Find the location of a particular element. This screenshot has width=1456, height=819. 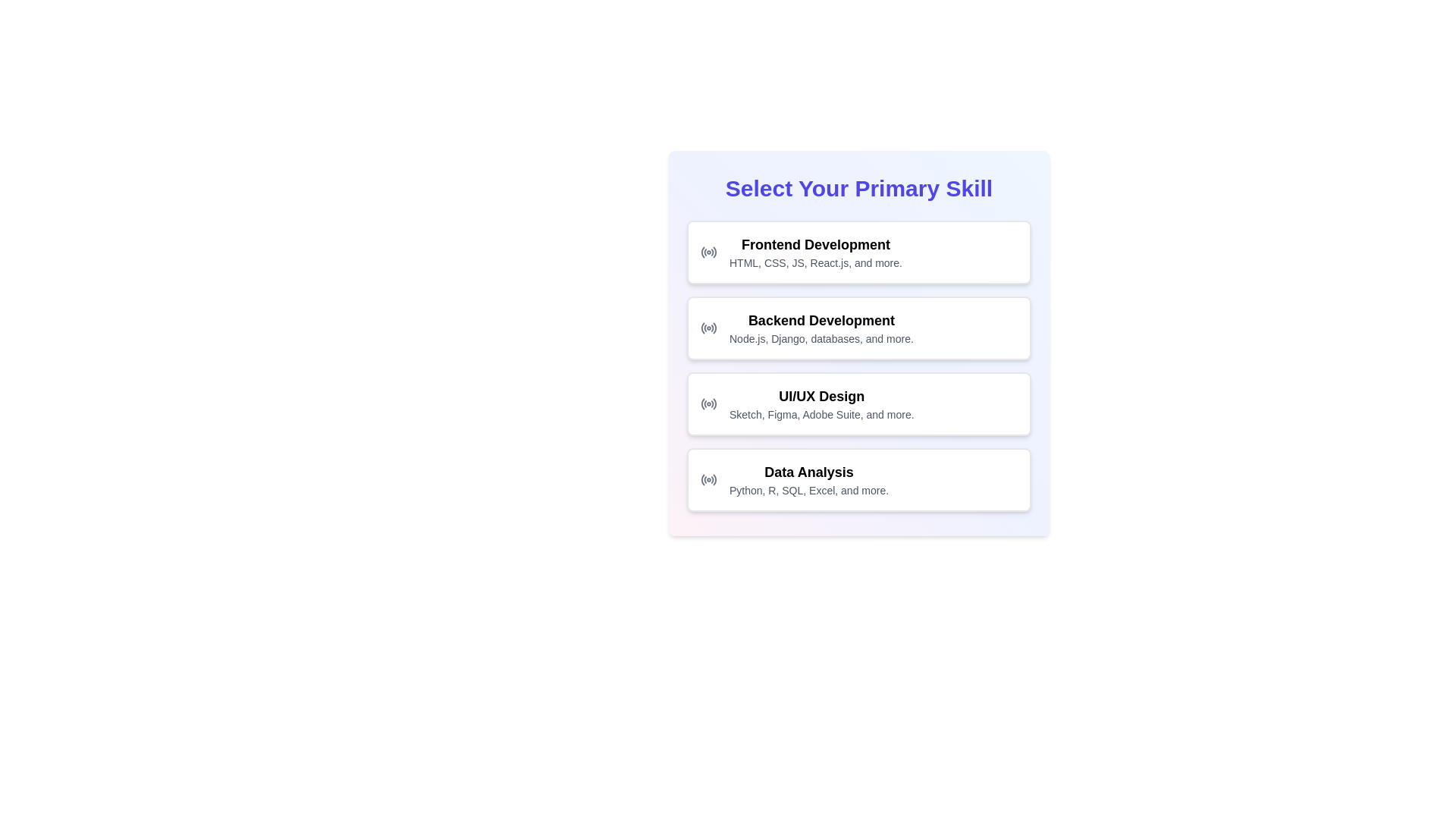

the static visual indicator representing the 'Frontend Development' skill option, which is positioned directly to the left of the corresponding text in the skill selection interface is located at coordinates (708, 251).